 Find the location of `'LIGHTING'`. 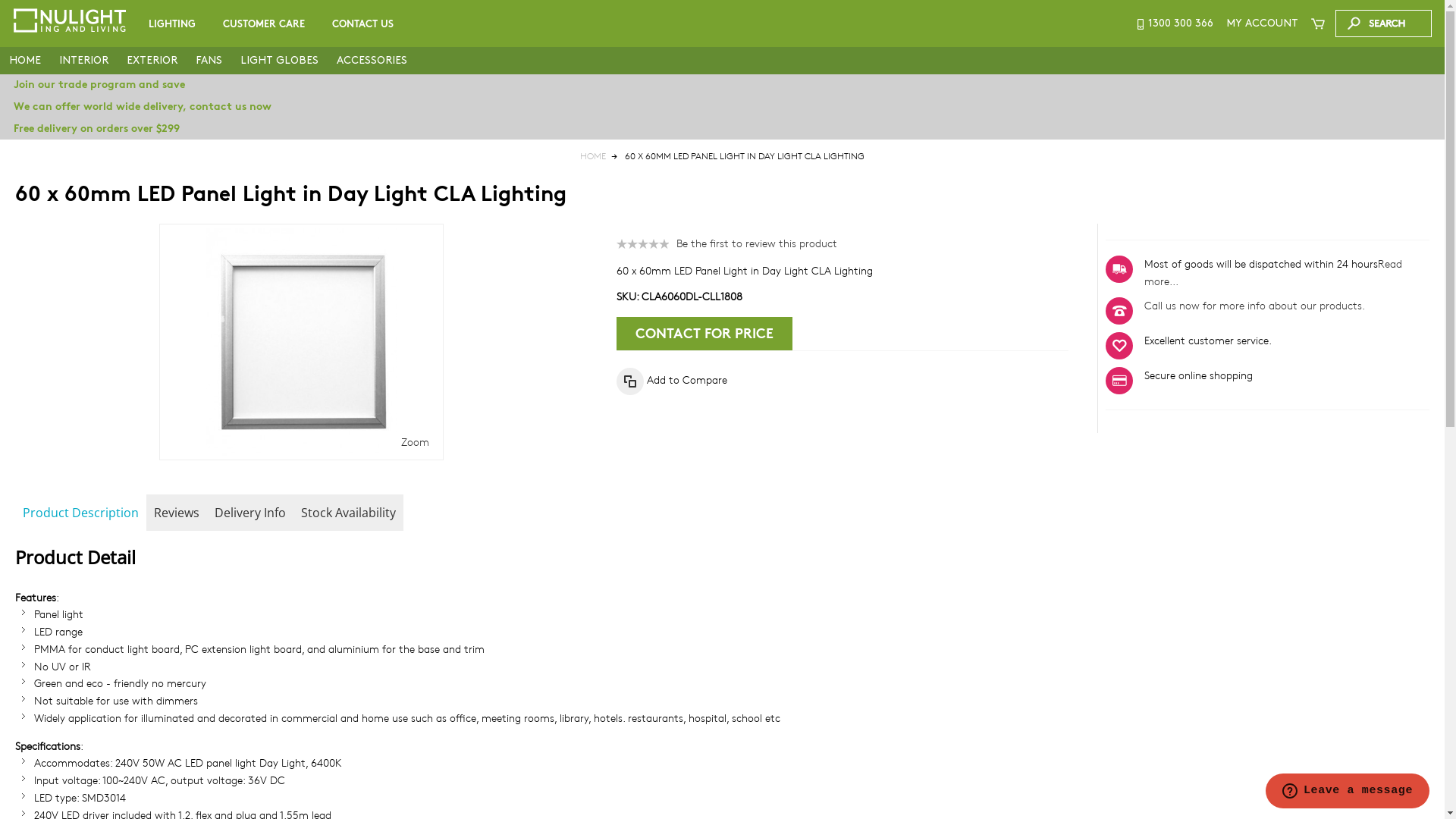

'LIGHTING' is located at coordinates (136, 24).